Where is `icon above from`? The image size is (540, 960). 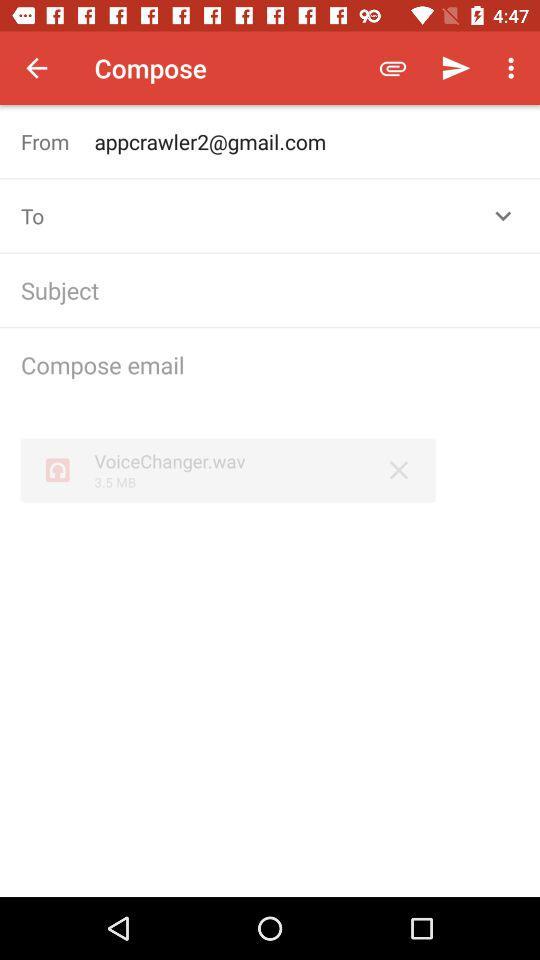 icon above from is located at coordinates (36, 68).